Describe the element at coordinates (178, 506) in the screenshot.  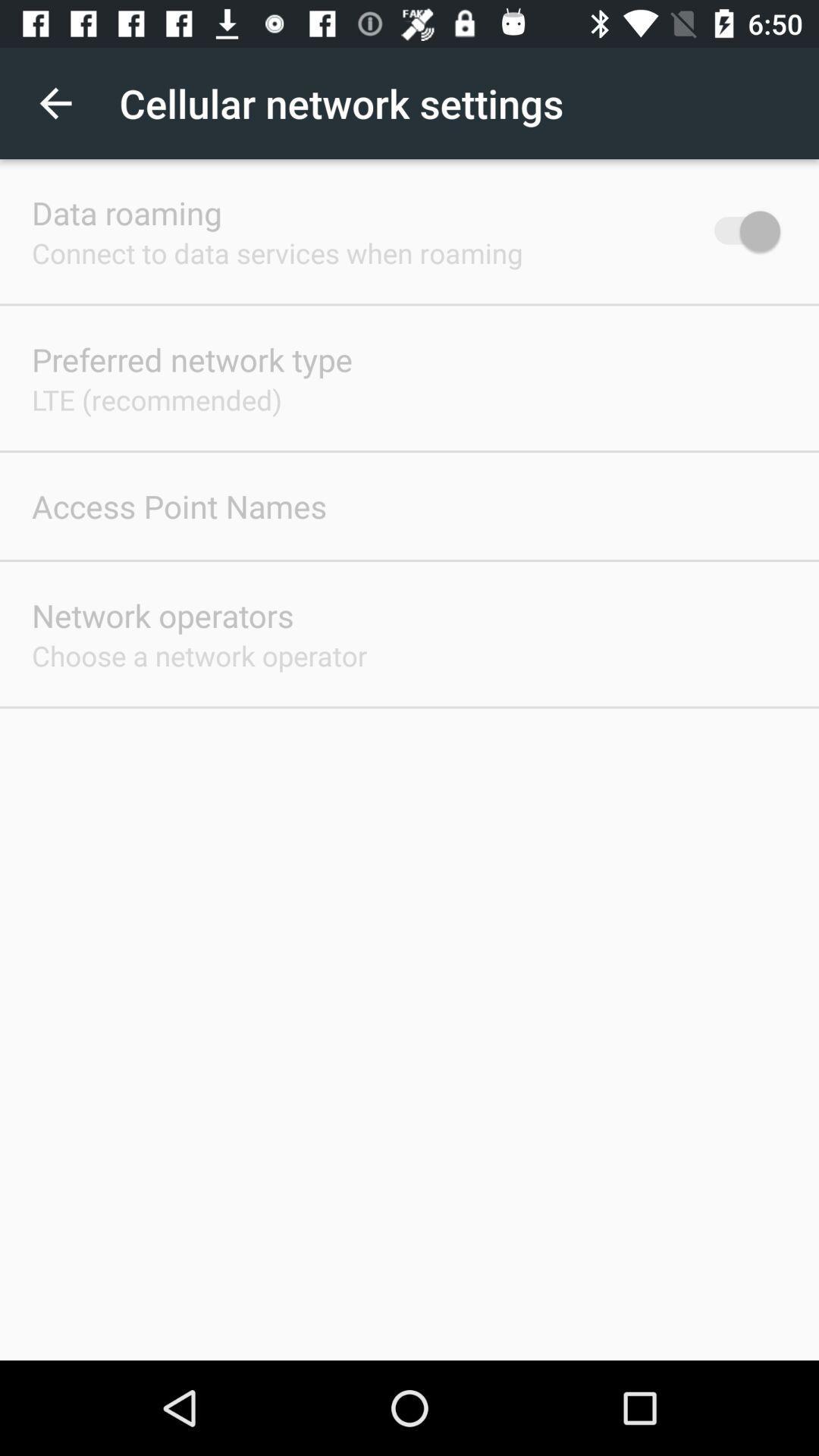
I see `the access point names app` at that location.